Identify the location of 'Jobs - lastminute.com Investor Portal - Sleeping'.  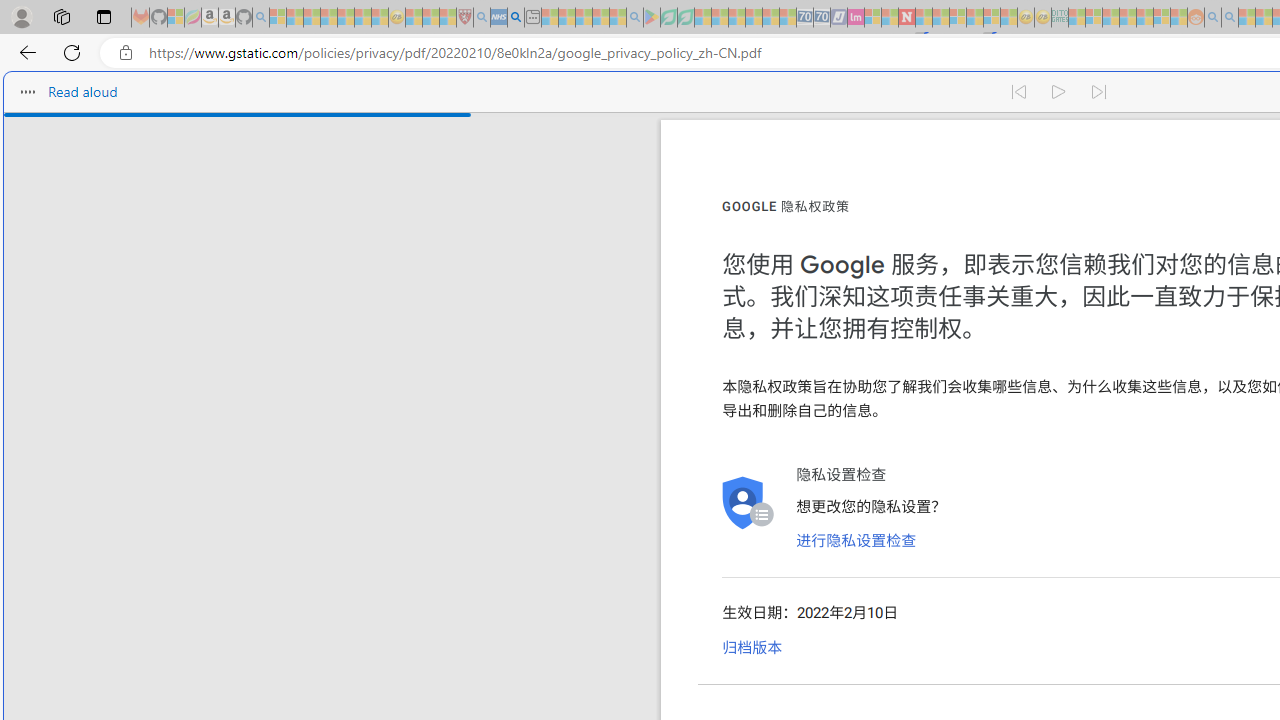
(855, 17).